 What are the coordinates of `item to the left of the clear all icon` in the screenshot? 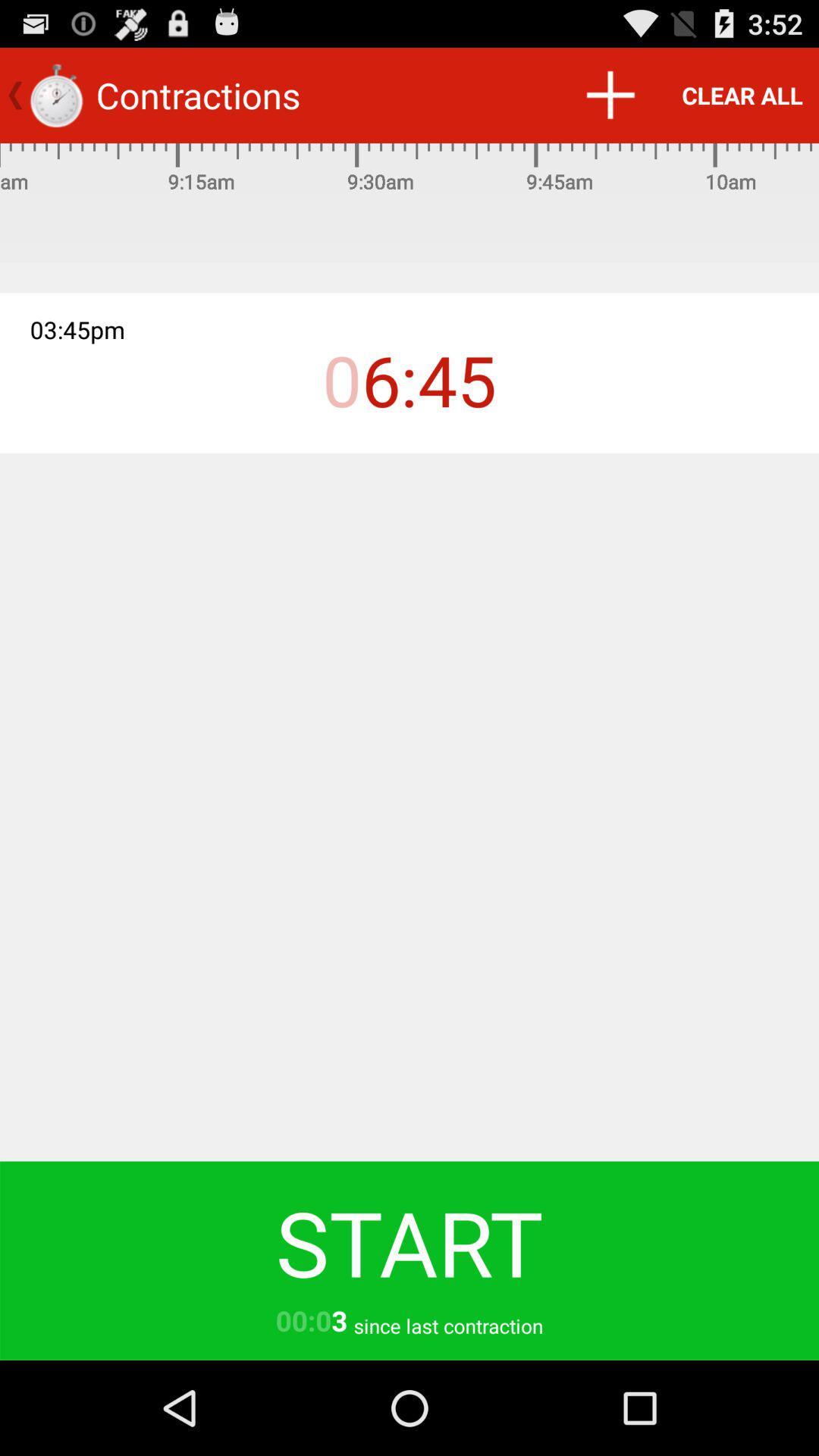 It's located at (609, 94).